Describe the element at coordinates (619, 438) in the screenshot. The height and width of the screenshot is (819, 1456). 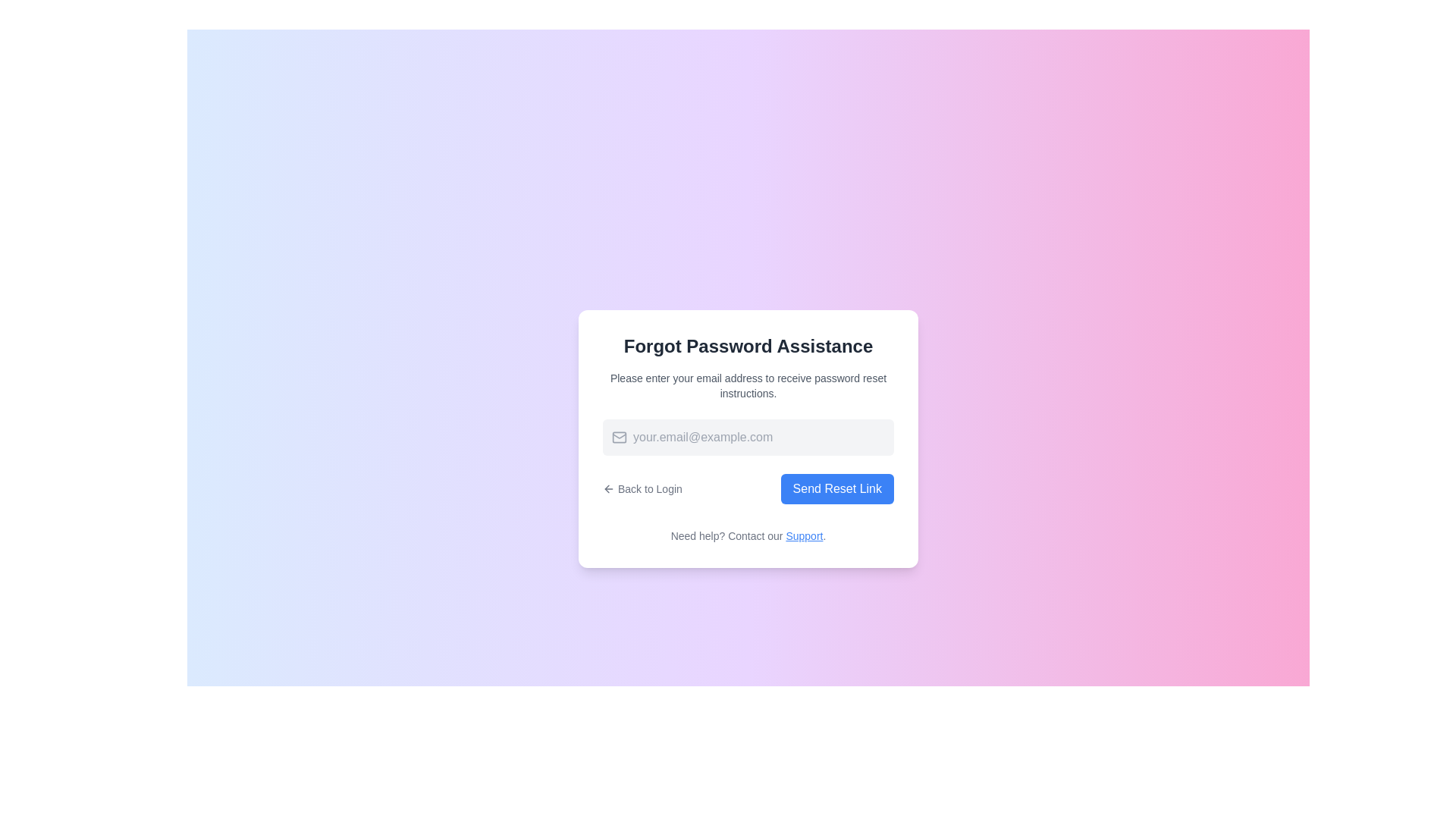
I see `the email input field icon, which is located to the left of the placeholder text 'your.email@example.com'` at that location.